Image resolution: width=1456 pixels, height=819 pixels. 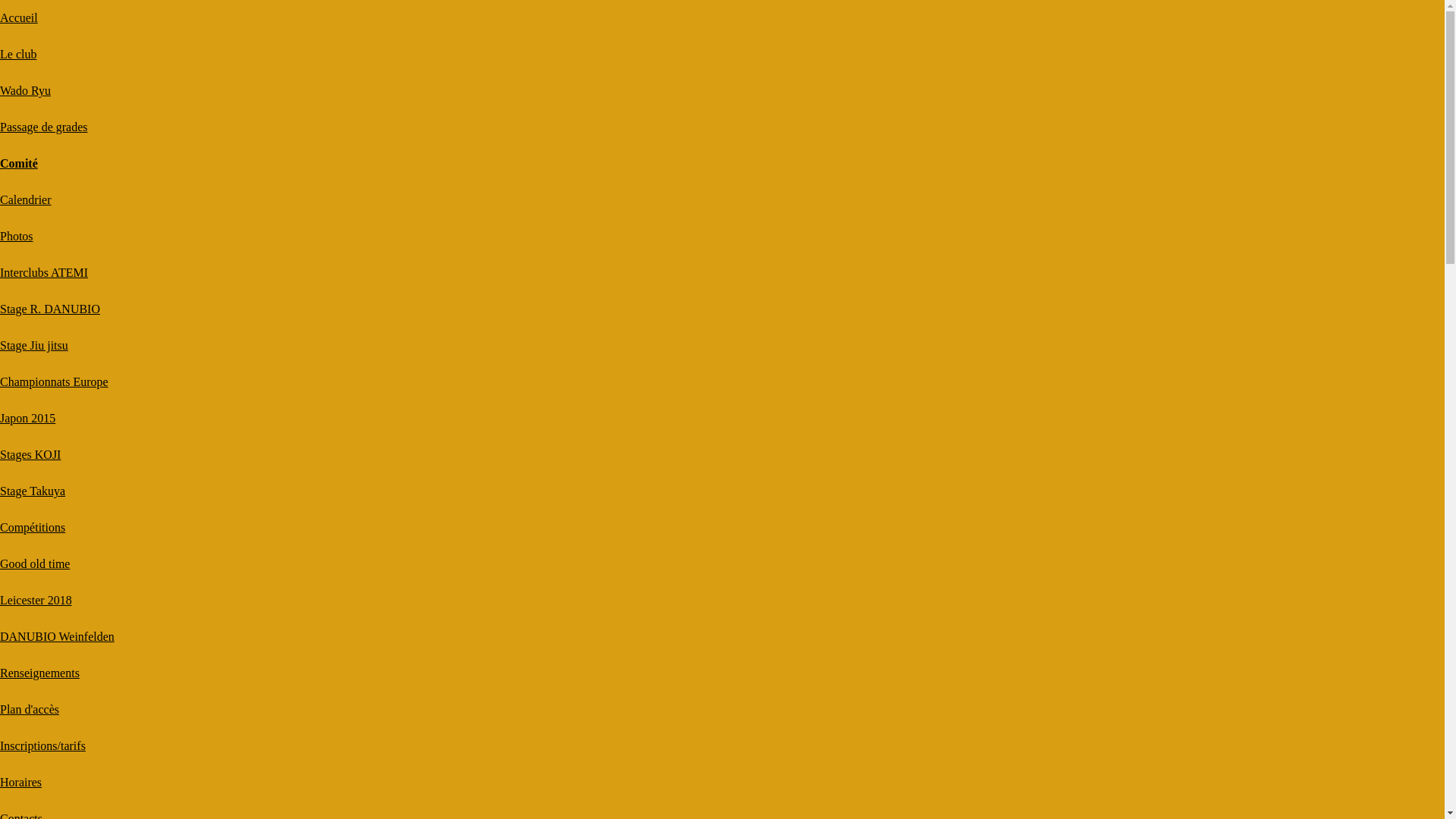 What do you see at coordinates (42, 745) in the screenshot?
I see `'Inscriptions/tarifs'` at bounding box center [42, 745].